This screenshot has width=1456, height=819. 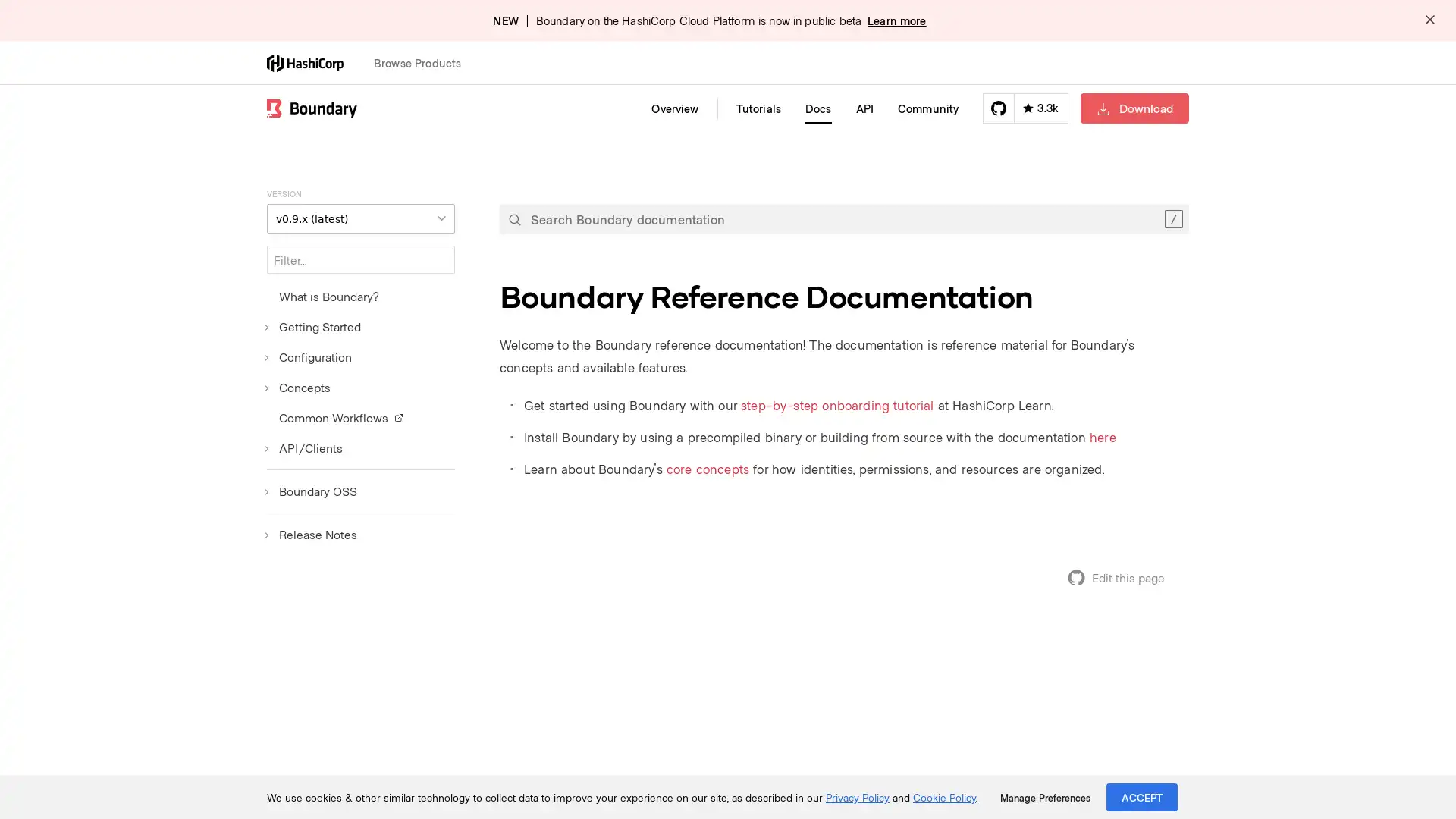 What do you see at coordinates (514, 219) in the screenshot?
I see `Submit your search query.` at bounding box center [514, 219].